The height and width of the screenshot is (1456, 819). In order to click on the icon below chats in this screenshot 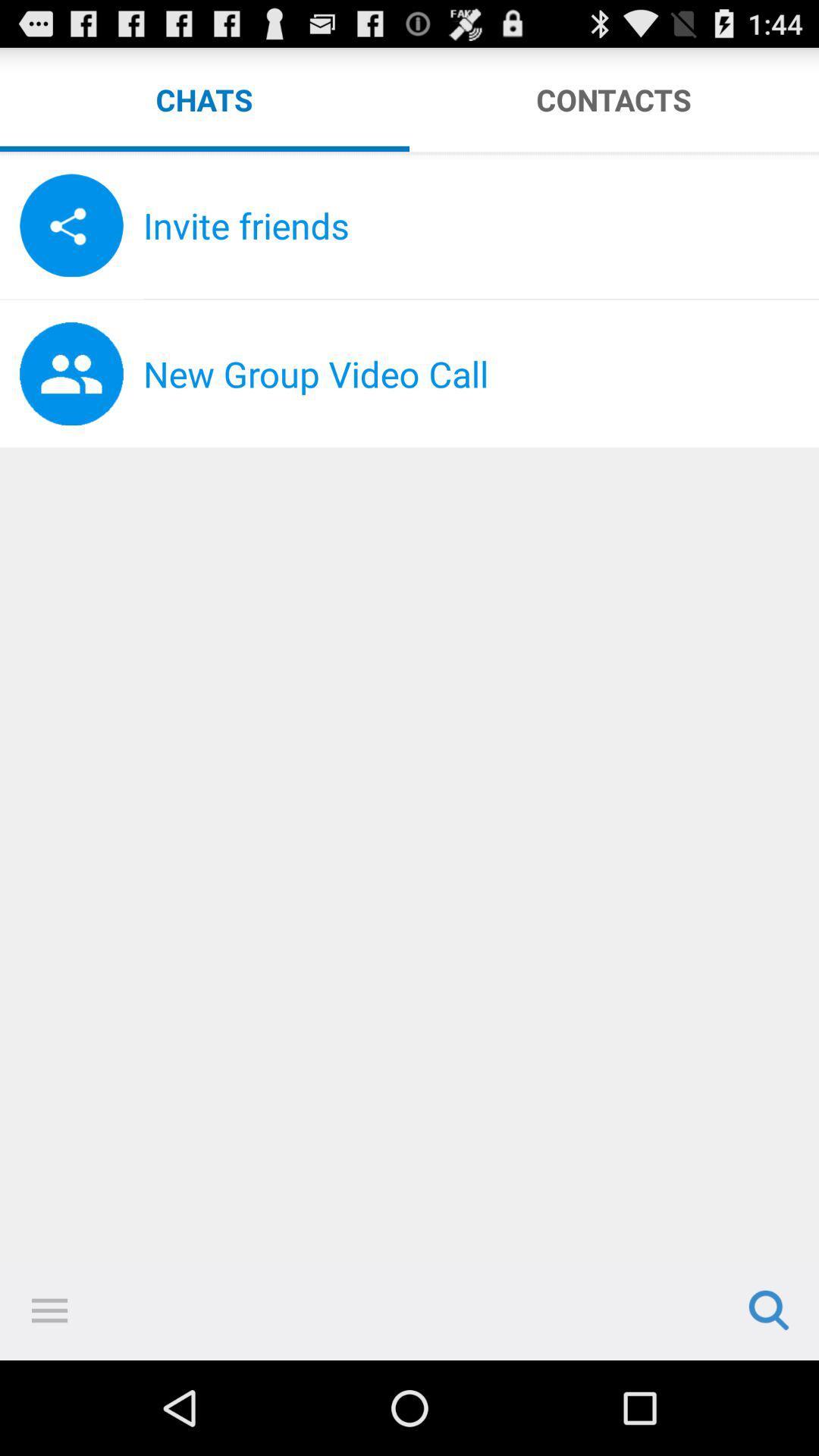, I will do `click(409, 155)`.